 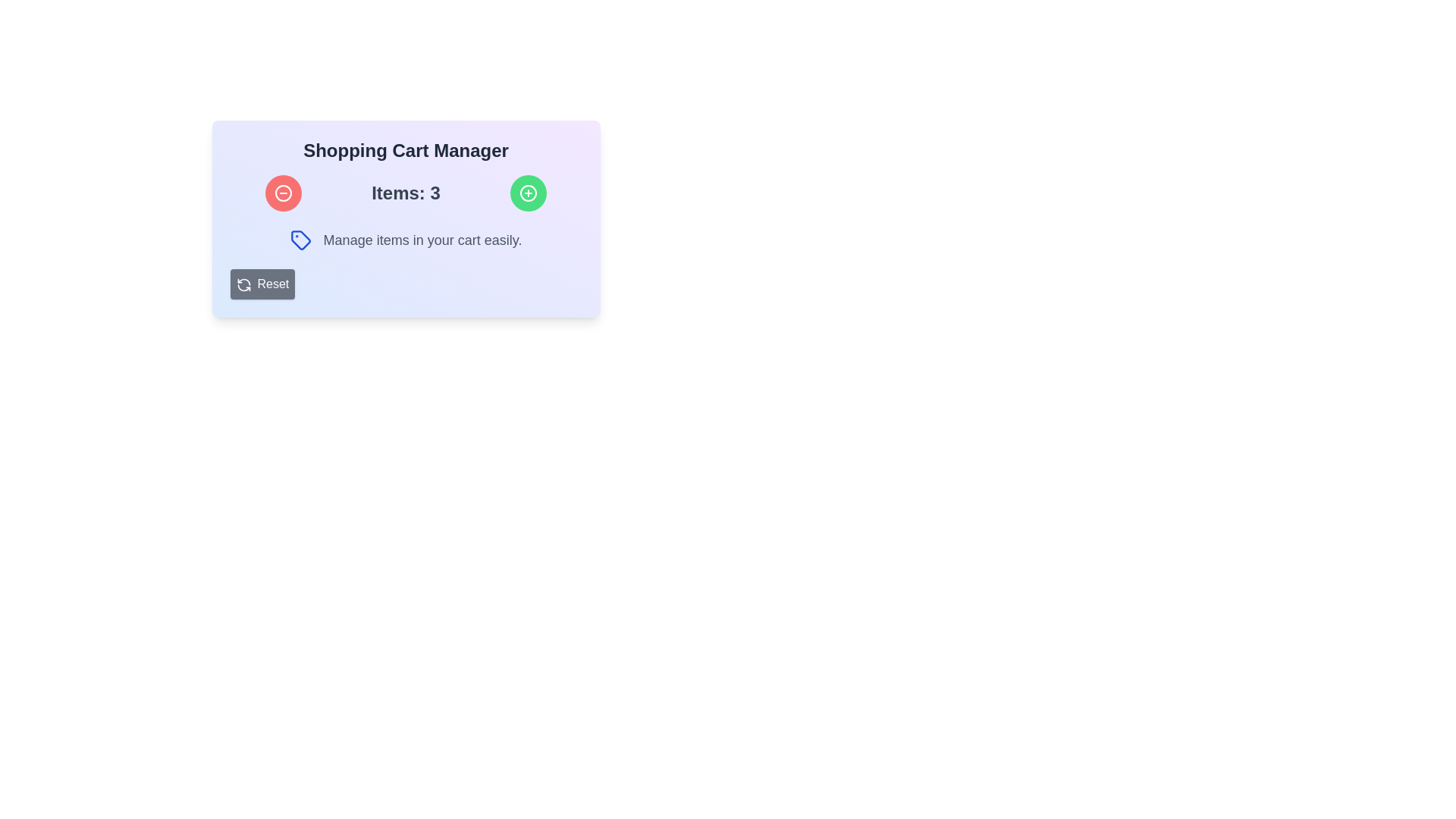 What do you see at coordinates (406, 151) in the screenshot?
I see `the 'Shopping Cart Manager' text header, which is prominently displayed in bold, large dark gray font at the center of the card section` at bounding box center [406, 151].